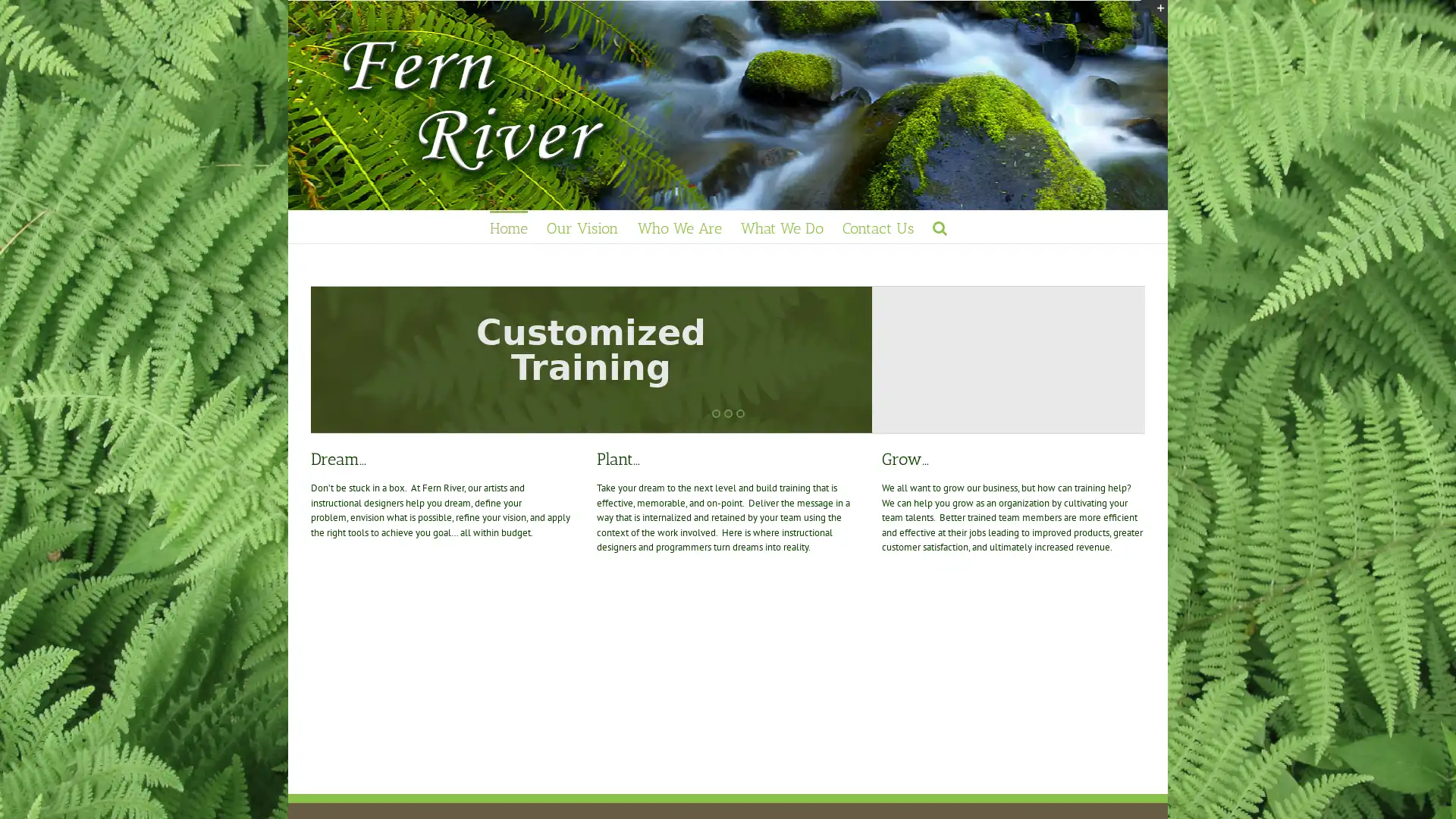 Image resolution: width=1456 pixels, height=819 pixels. I want to click on Search, so click(939, 227).